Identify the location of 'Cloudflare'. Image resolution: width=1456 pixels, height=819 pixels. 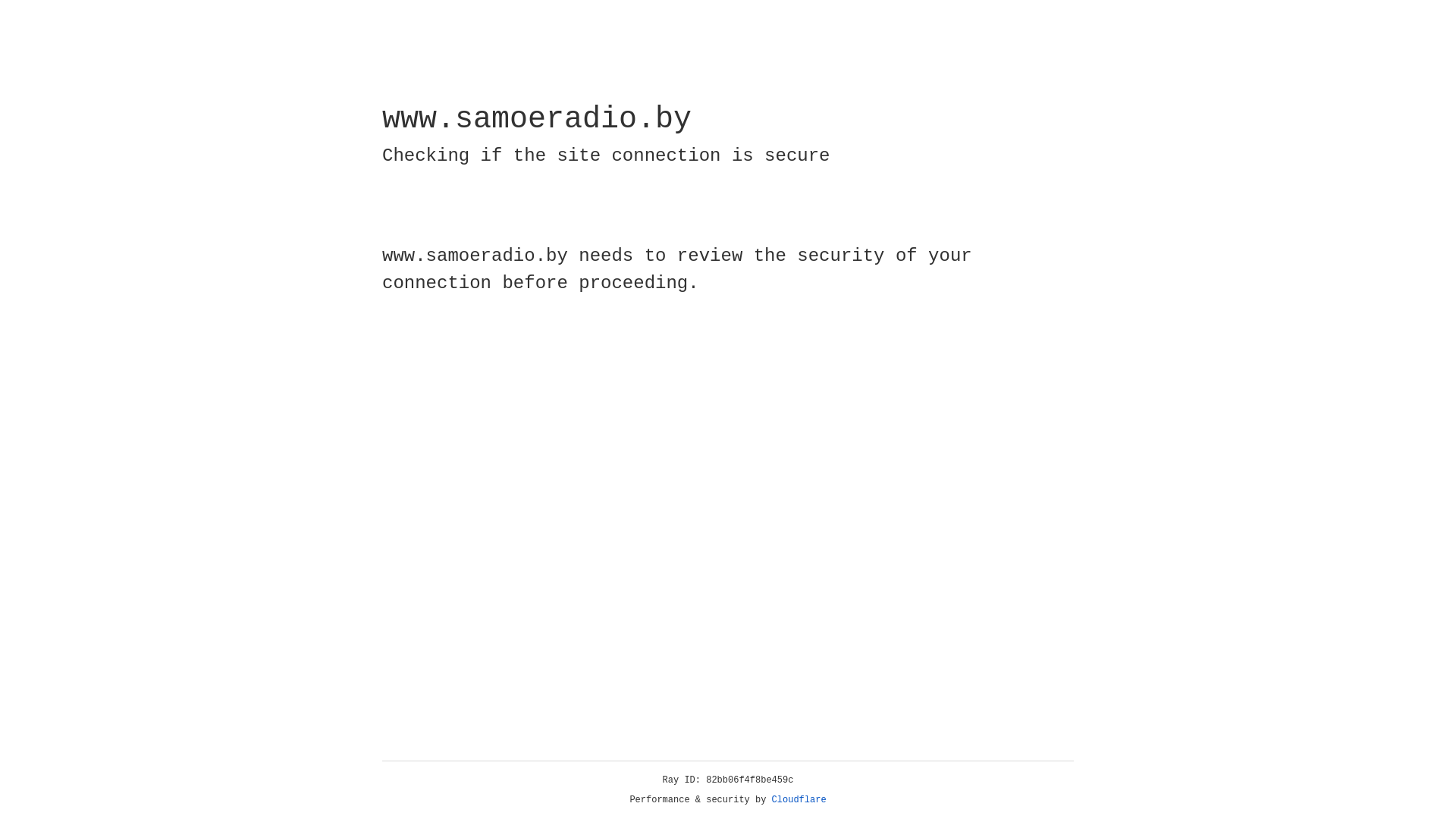
(799, 799).